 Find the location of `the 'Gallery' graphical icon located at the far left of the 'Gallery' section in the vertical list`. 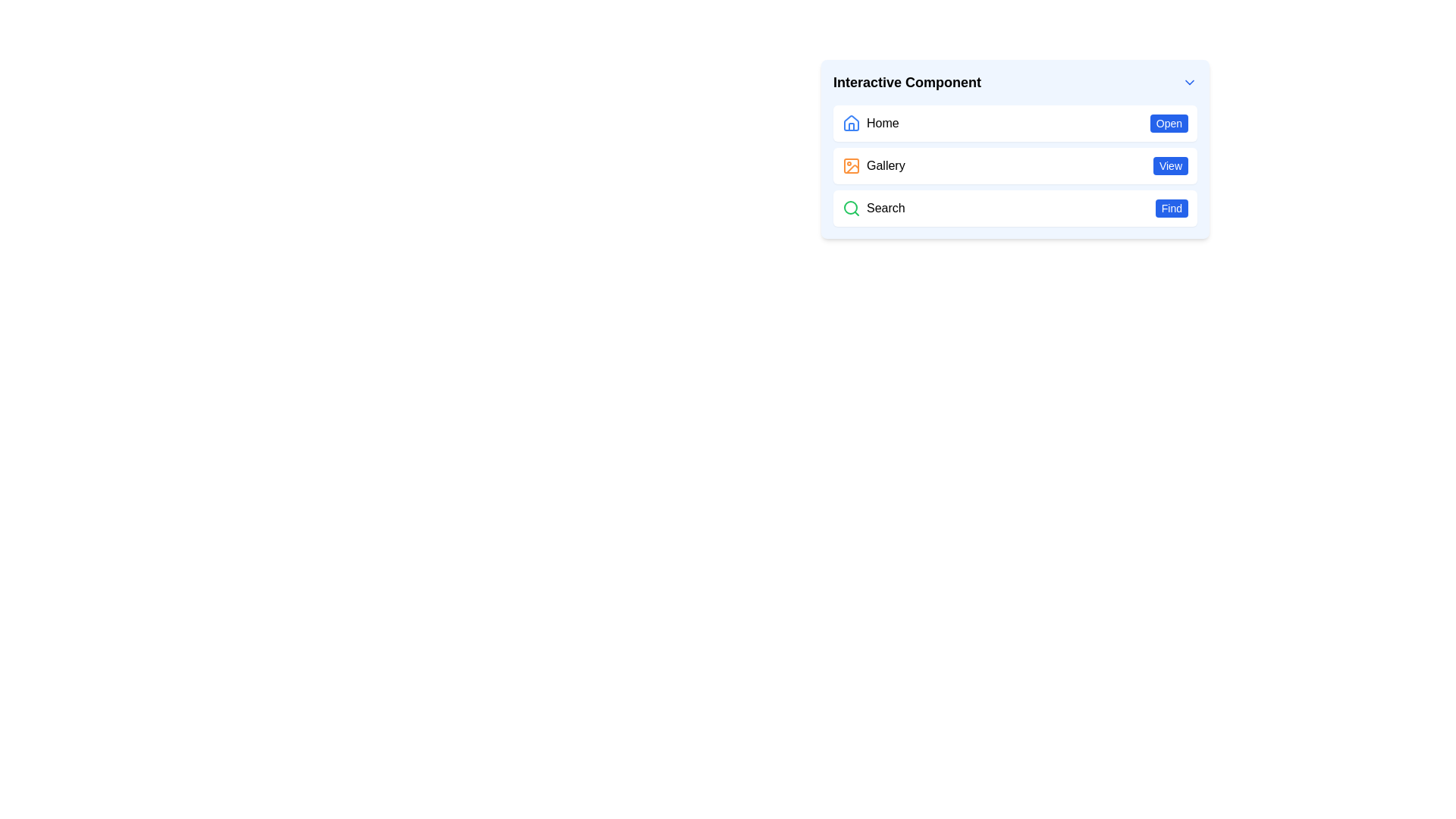

the 'Gallery' graphical icon located at the far left of the 'Gallery' section in the vertical list is located at coordinates (852, 166).